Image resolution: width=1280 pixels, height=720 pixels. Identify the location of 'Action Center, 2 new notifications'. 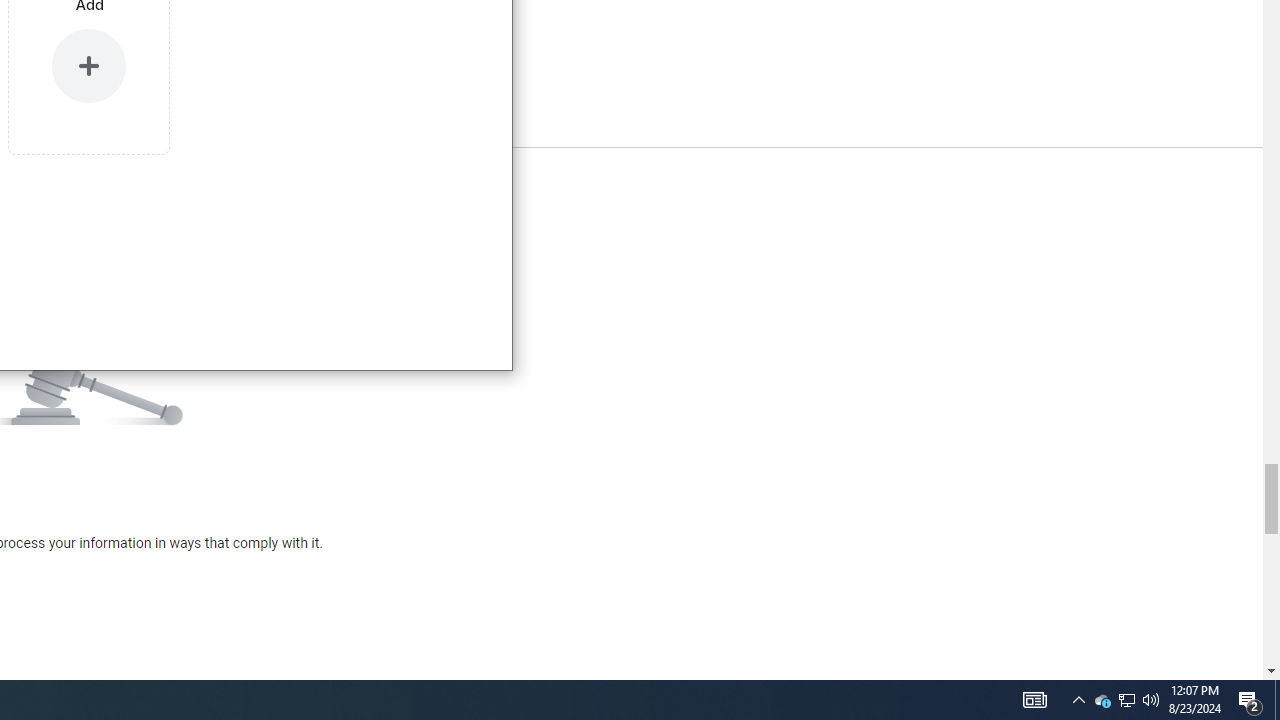
(1276, 698).